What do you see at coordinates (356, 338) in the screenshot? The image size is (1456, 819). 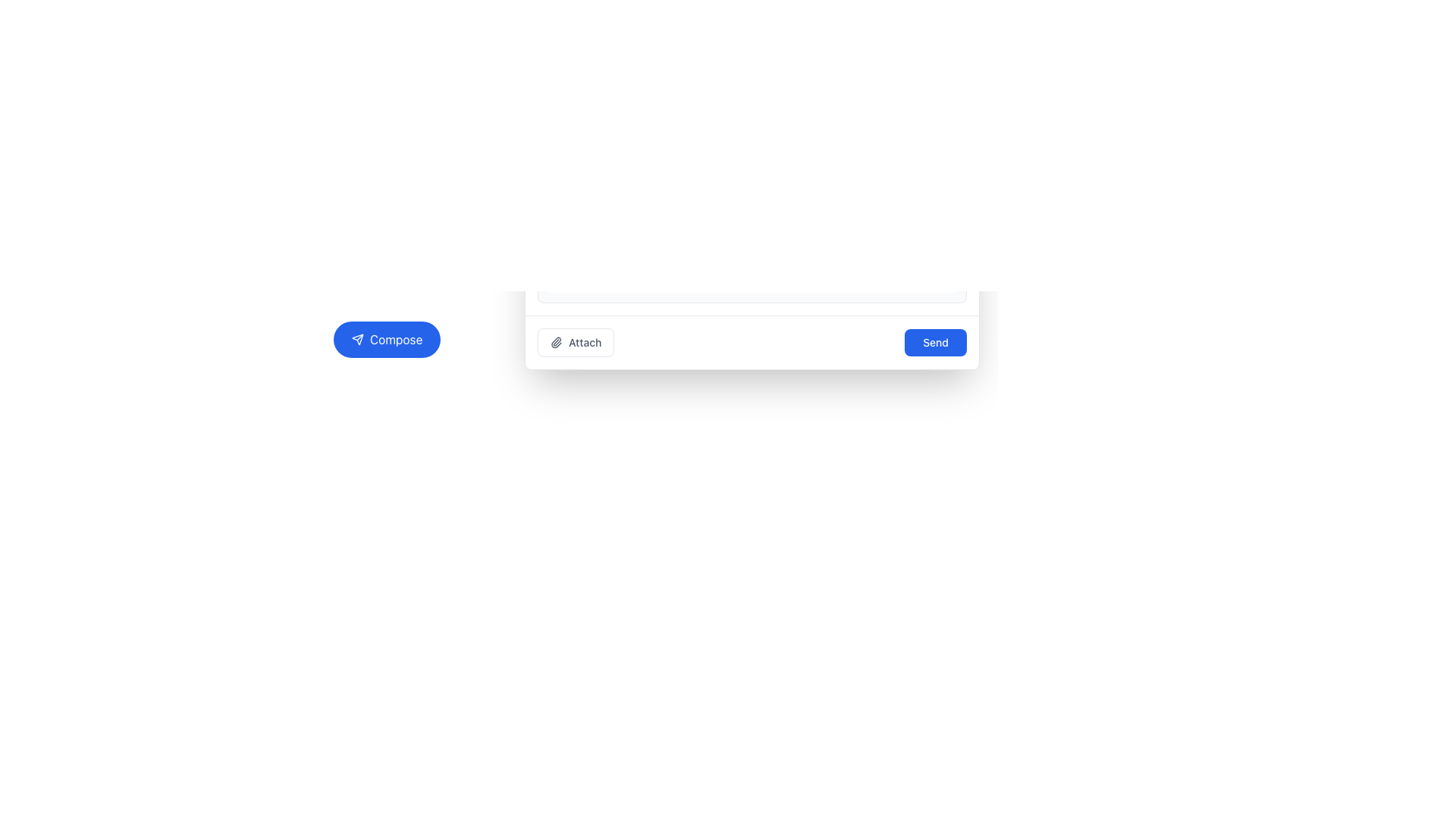 I see `the icon within the 'Compose' button that has a blue background and white text, which signifies composing or sending a message` at bounding box center [356, 338].